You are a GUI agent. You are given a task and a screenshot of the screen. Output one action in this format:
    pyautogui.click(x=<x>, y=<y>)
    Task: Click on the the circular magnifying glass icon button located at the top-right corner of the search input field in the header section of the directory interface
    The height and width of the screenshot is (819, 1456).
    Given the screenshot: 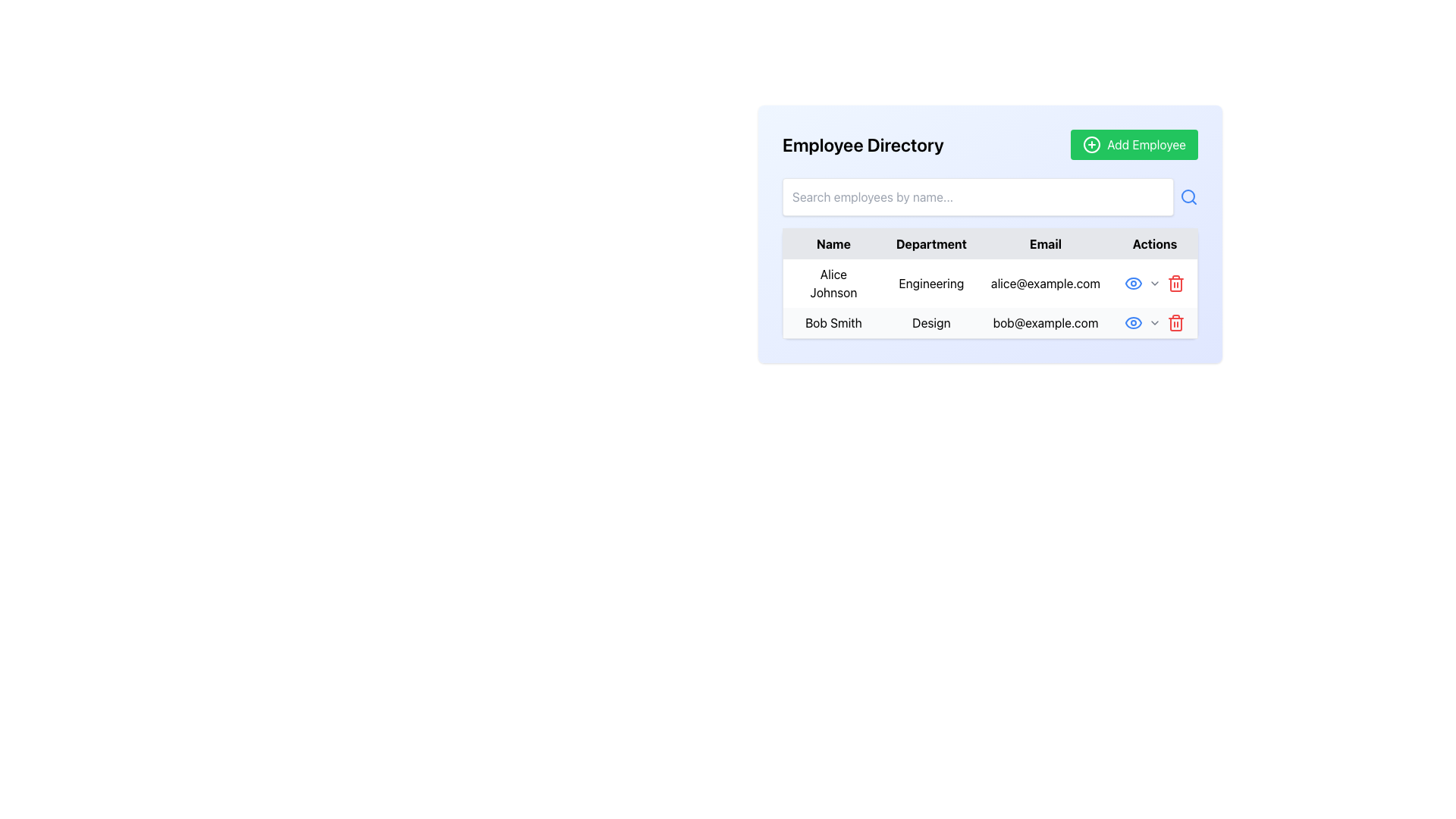 What is the action you would take?
    pyautogui.click(x=1188, y=196)
    